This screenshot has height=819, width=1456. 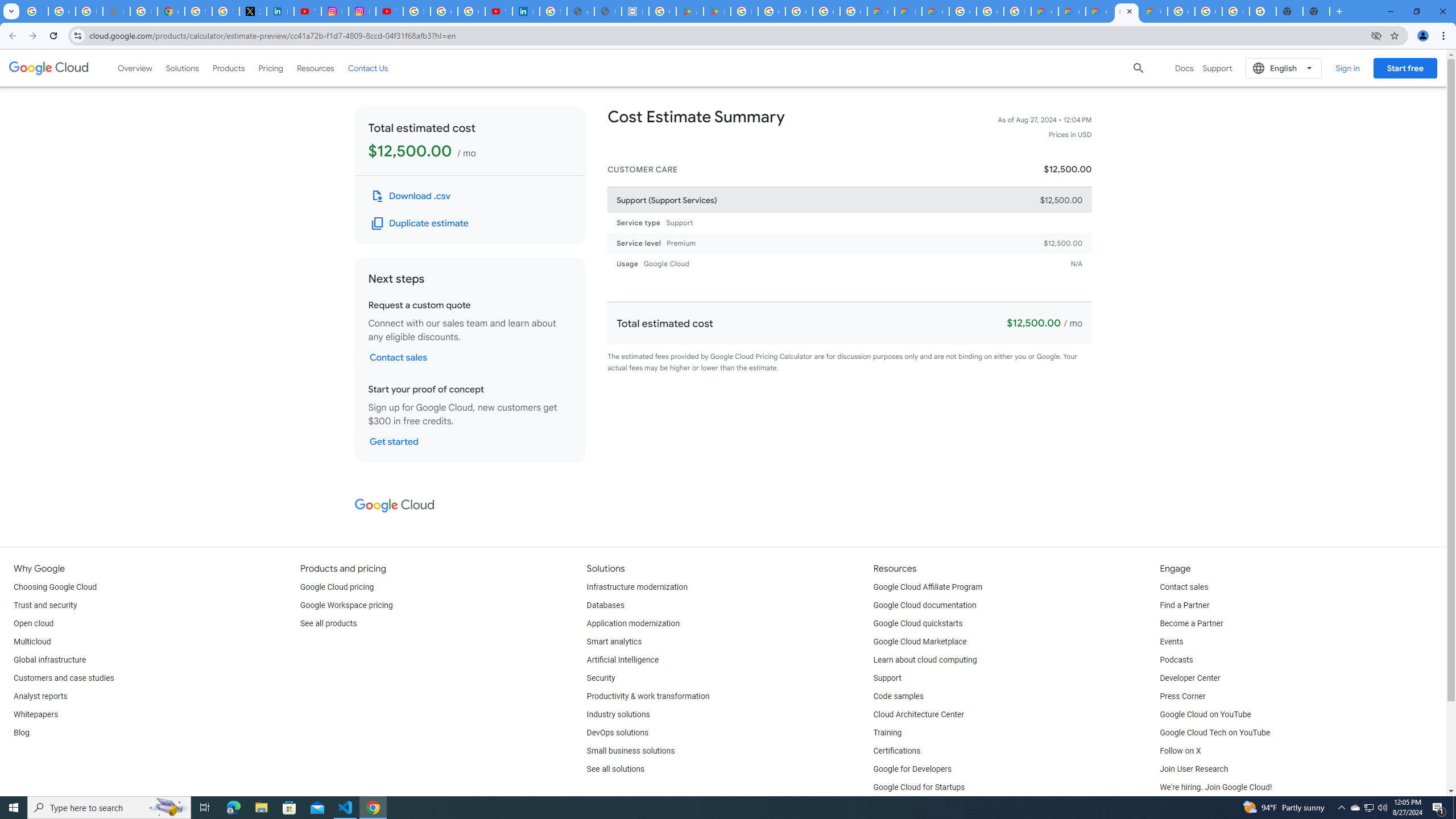 I want to click on 'Google Cloud documentation', so click(x=925, y=605).